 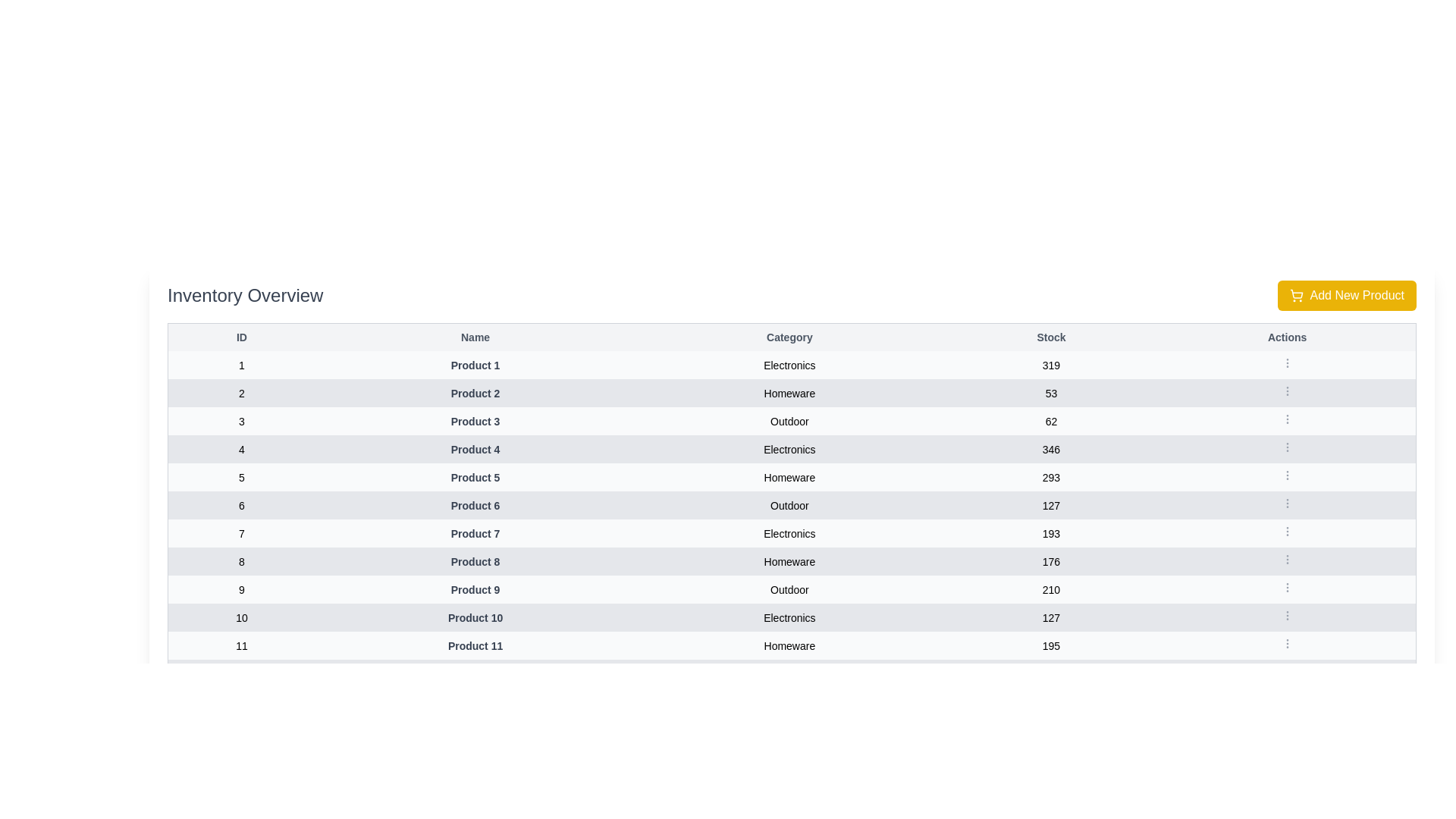 What do you see at coordinates (1347, 295) in the screenshot?
I see `the 'Add New Product' button to open the product addition form` at bounding box center [1347, 295].